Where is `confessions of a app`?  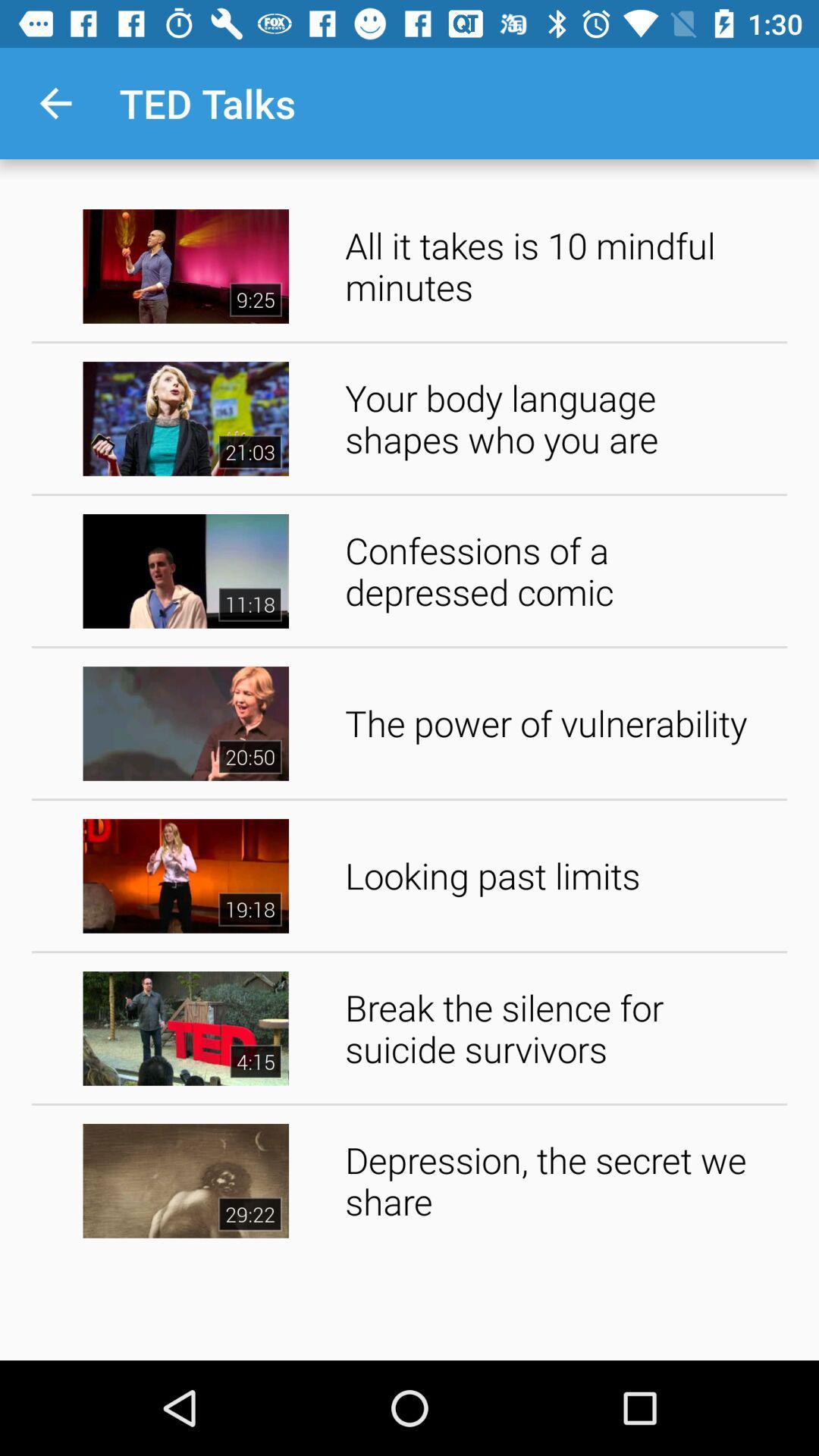
confessions of a app is located at coordinates (560, 570).